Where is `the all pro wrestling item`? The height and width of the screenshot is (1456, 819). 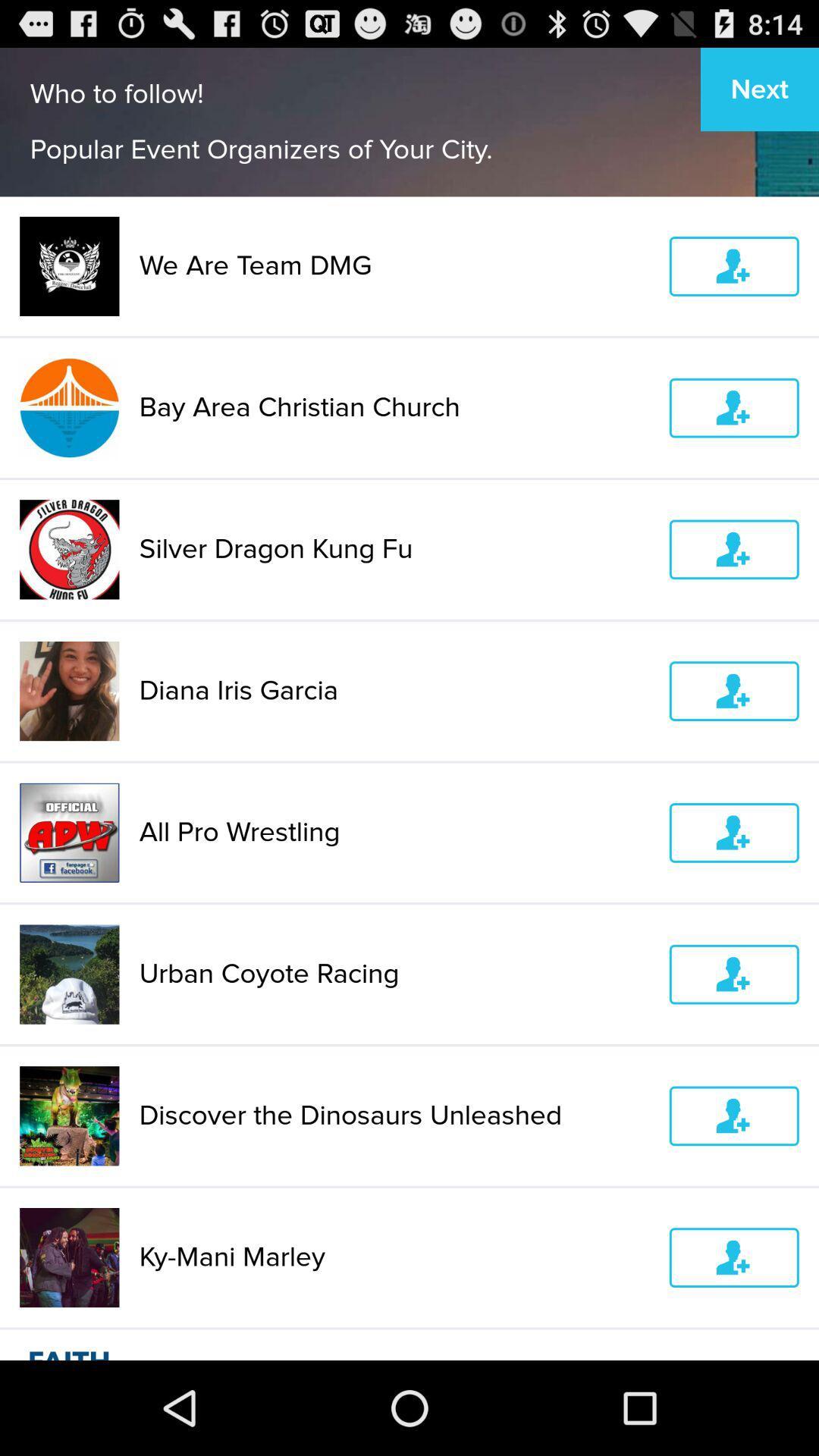 the all pro wrestling item is located at coordinates (394, 832).